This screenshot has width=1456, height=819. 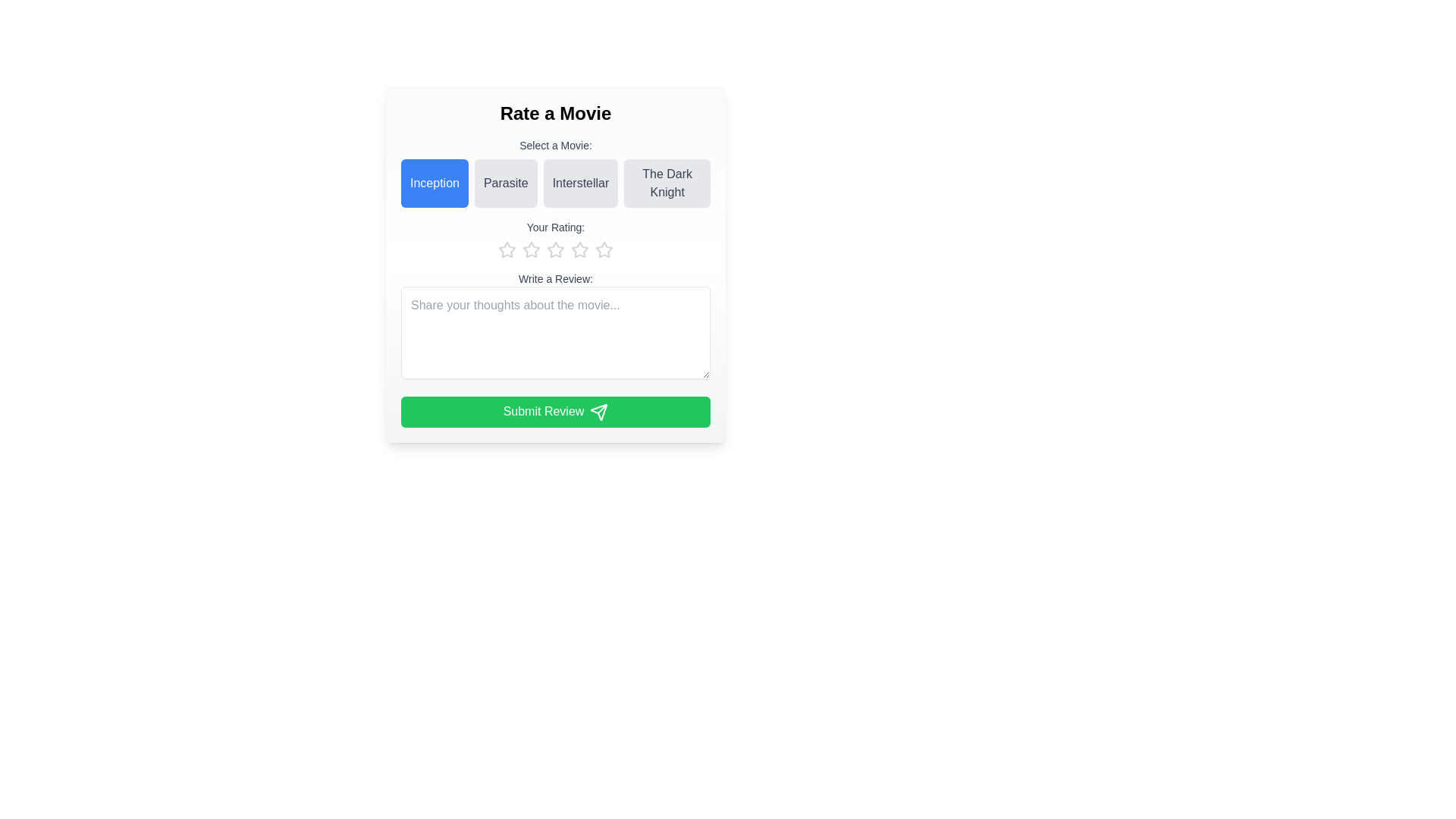 I want to click on the text label displaying 'Your Rating:' which is centrally aligned above the star rating component, so click(x=555, y=227).